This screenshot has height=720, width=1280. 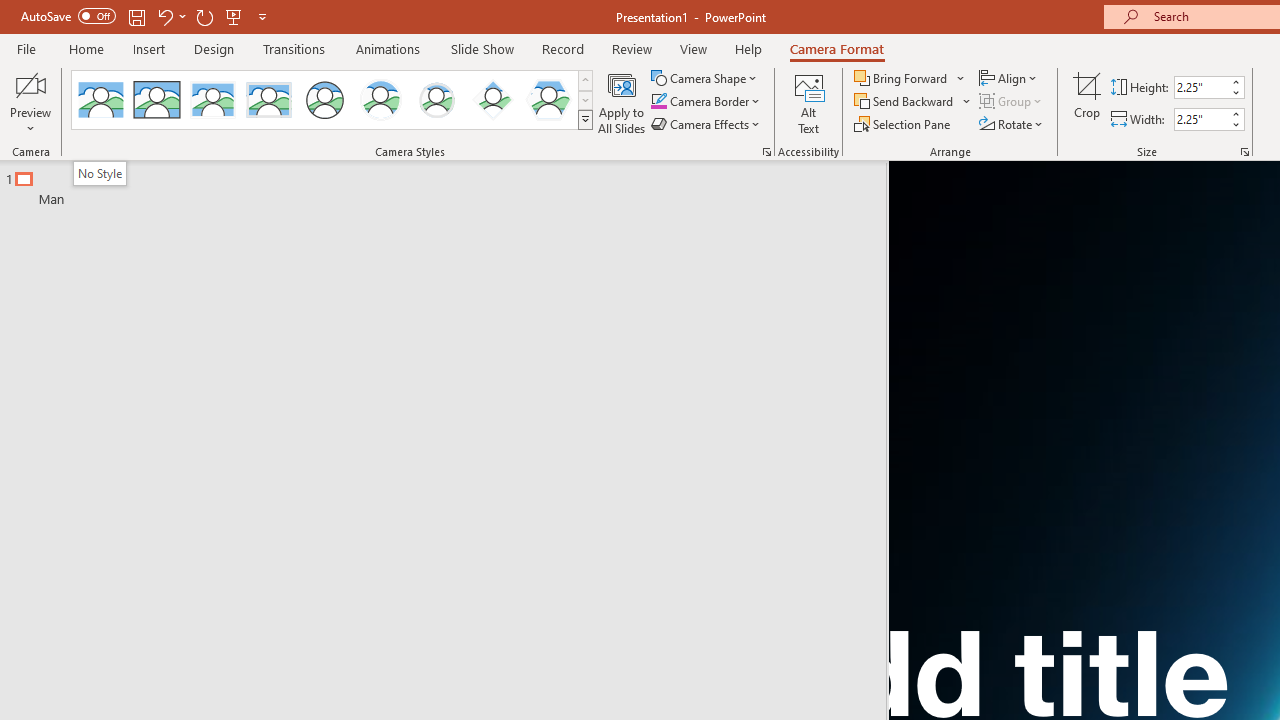 I want to click on 'Camera Shape', so click(x=705, y=77).